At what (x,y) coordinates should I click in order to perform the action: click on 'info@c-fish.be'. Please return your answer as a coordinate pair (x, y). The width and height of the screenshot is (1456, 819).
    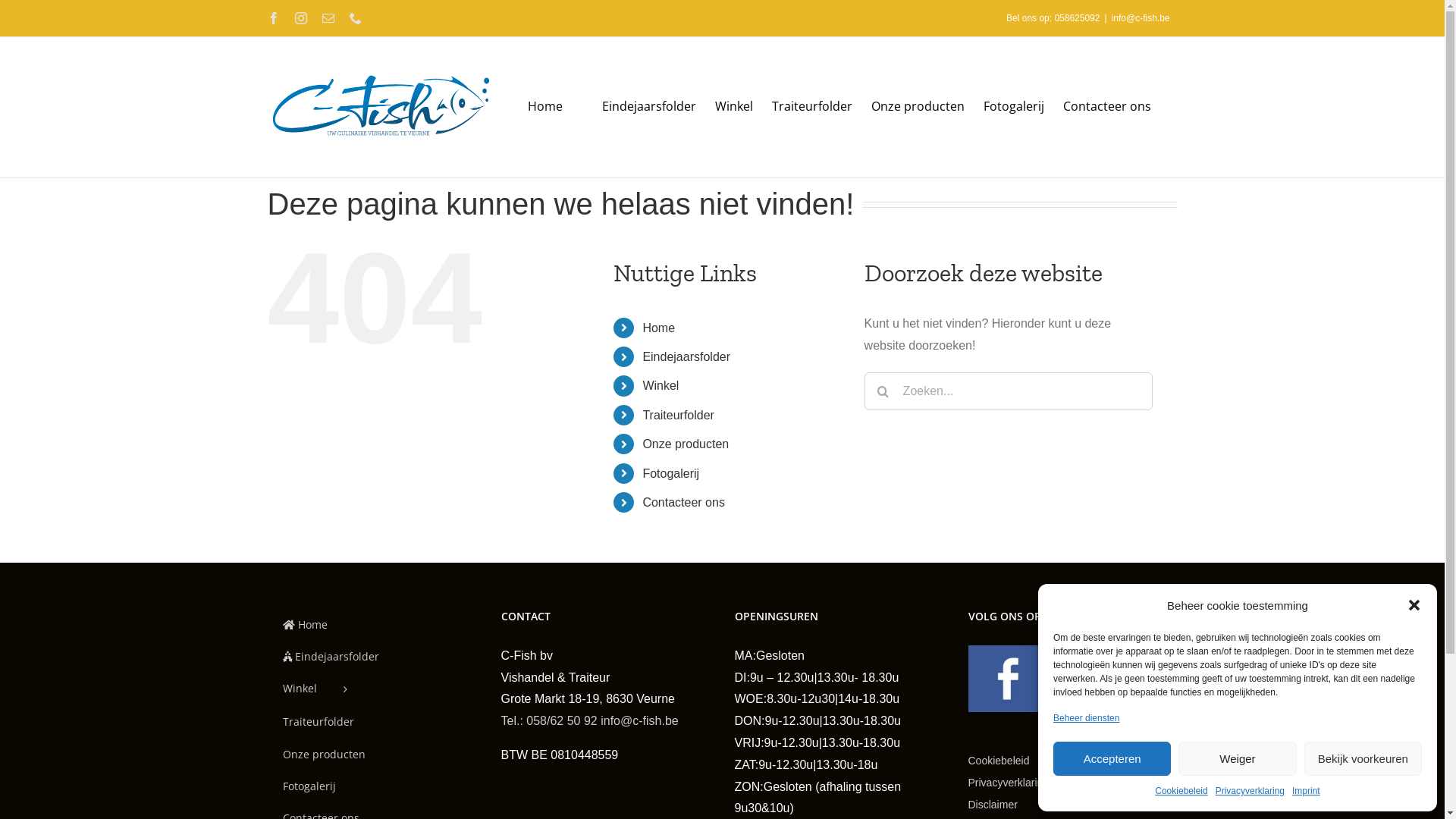
    Looking at the image, I should click on (1141, 17).